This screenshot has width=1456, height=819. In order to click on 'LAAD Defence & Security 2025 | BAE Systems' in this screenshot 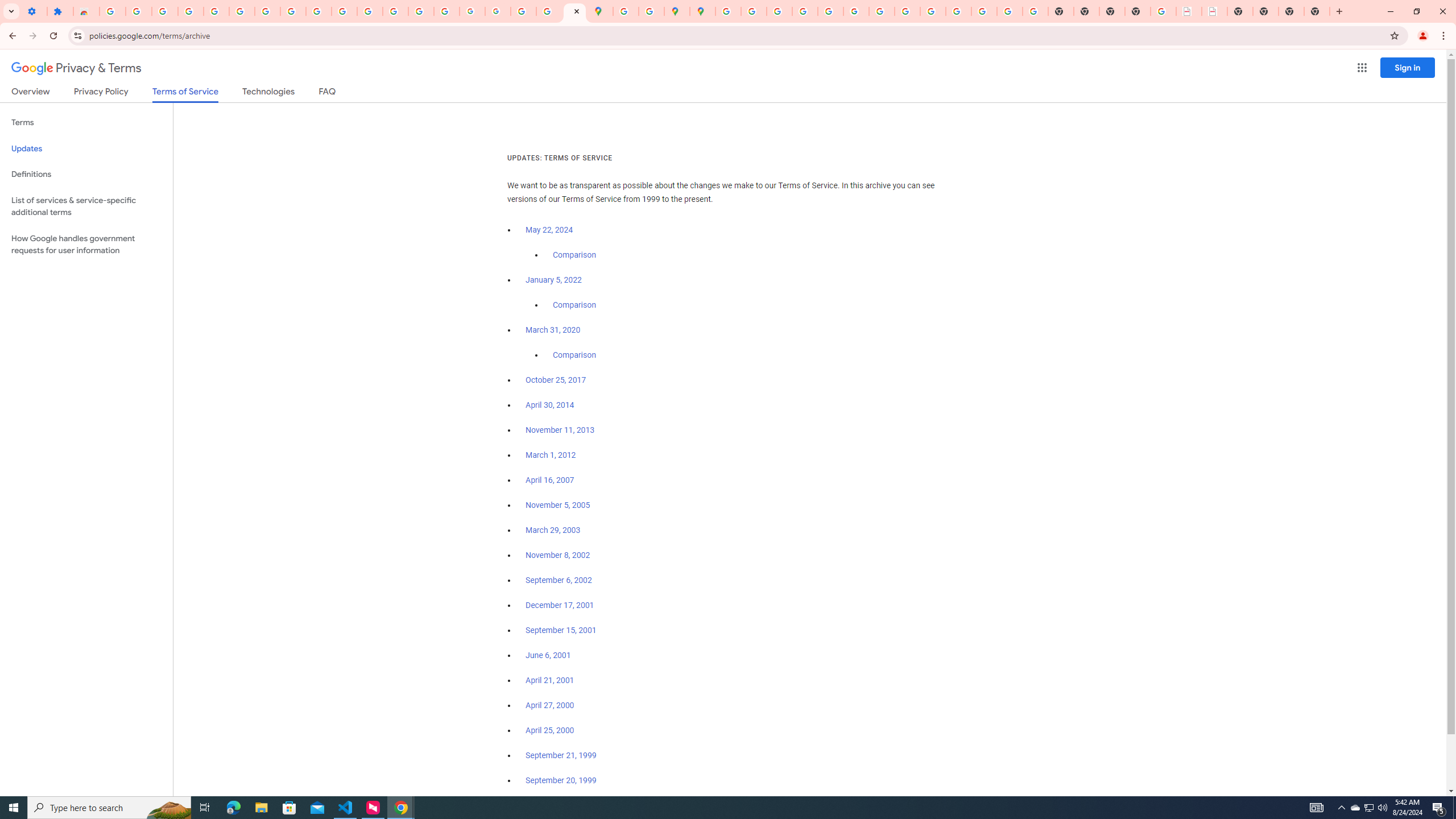, I will do `click(1189, 11)`.